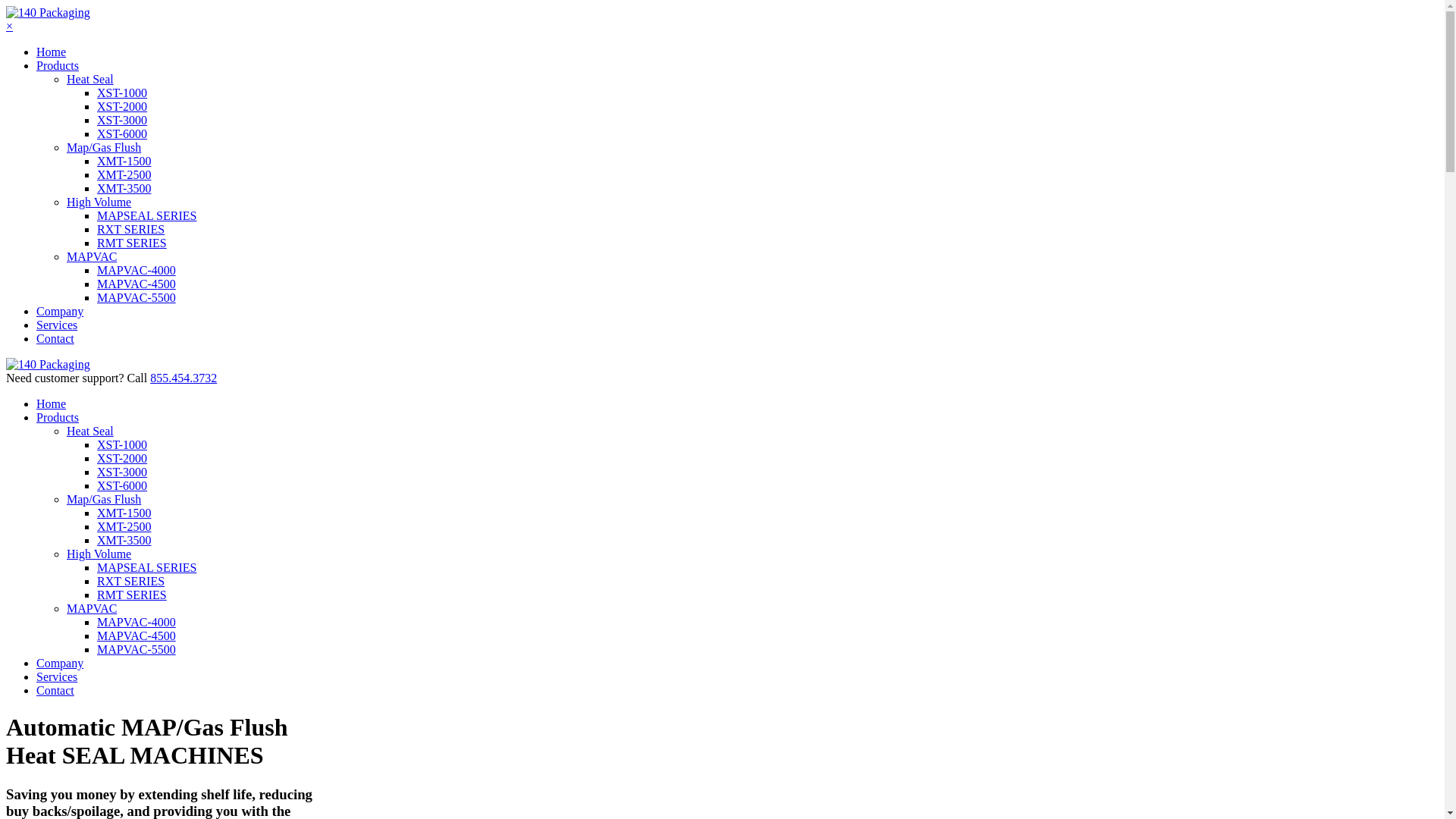 This screenshot has width=1456, height=819. I want to click on 'Contact', so click(36, 337).